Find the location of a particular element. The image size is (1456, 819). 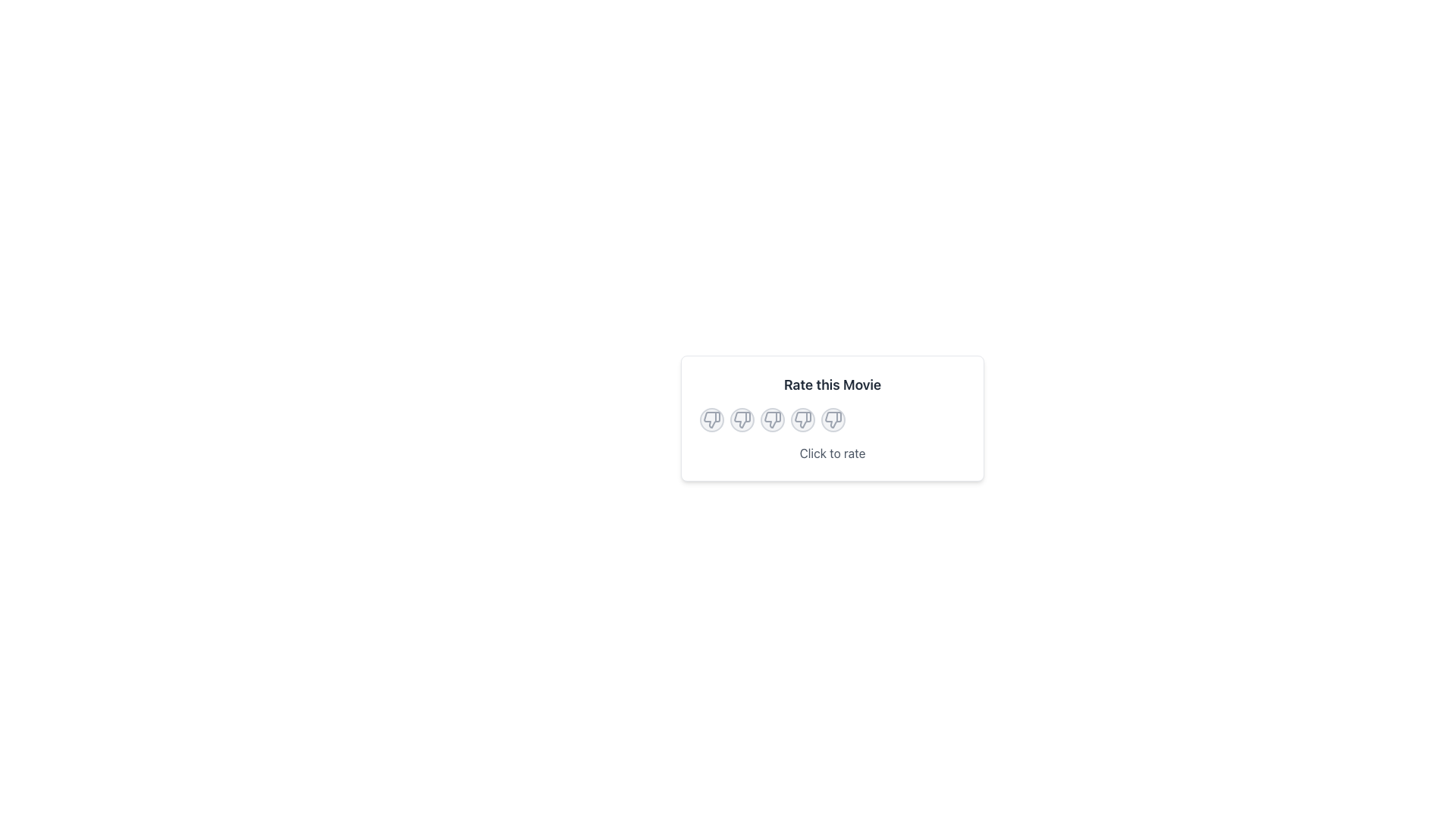

the fifth circular button with a thumbs-down icon is located at coordinates (833, 420).